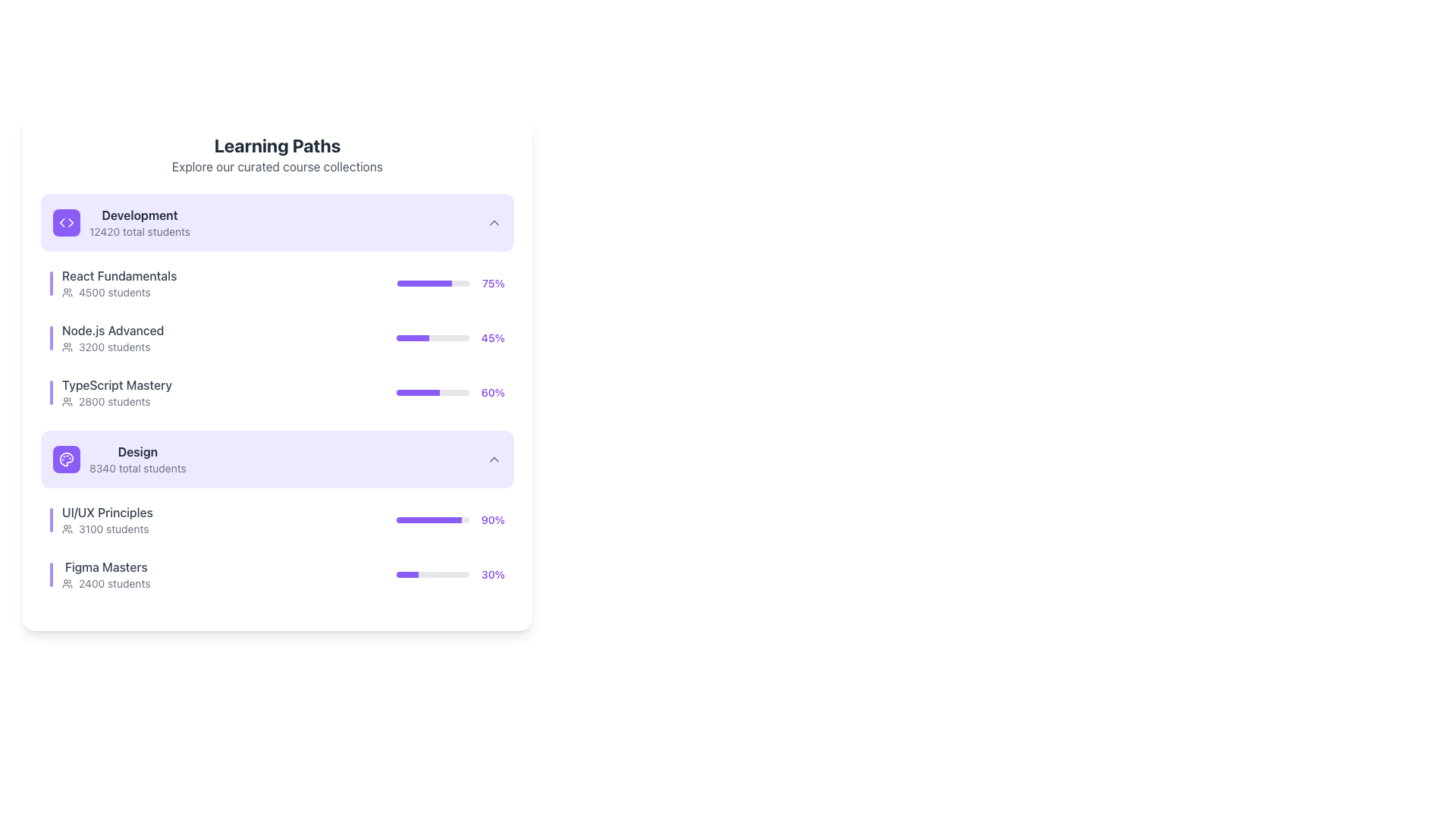  What do you see at coordinates (114, 400) in the screenshot?
I see `the text display showing '2800 students', which is the third entry in the list of courses under the 'Development' section, positioned below 'Node.js Advanced'` at bounding box center [114, 400].